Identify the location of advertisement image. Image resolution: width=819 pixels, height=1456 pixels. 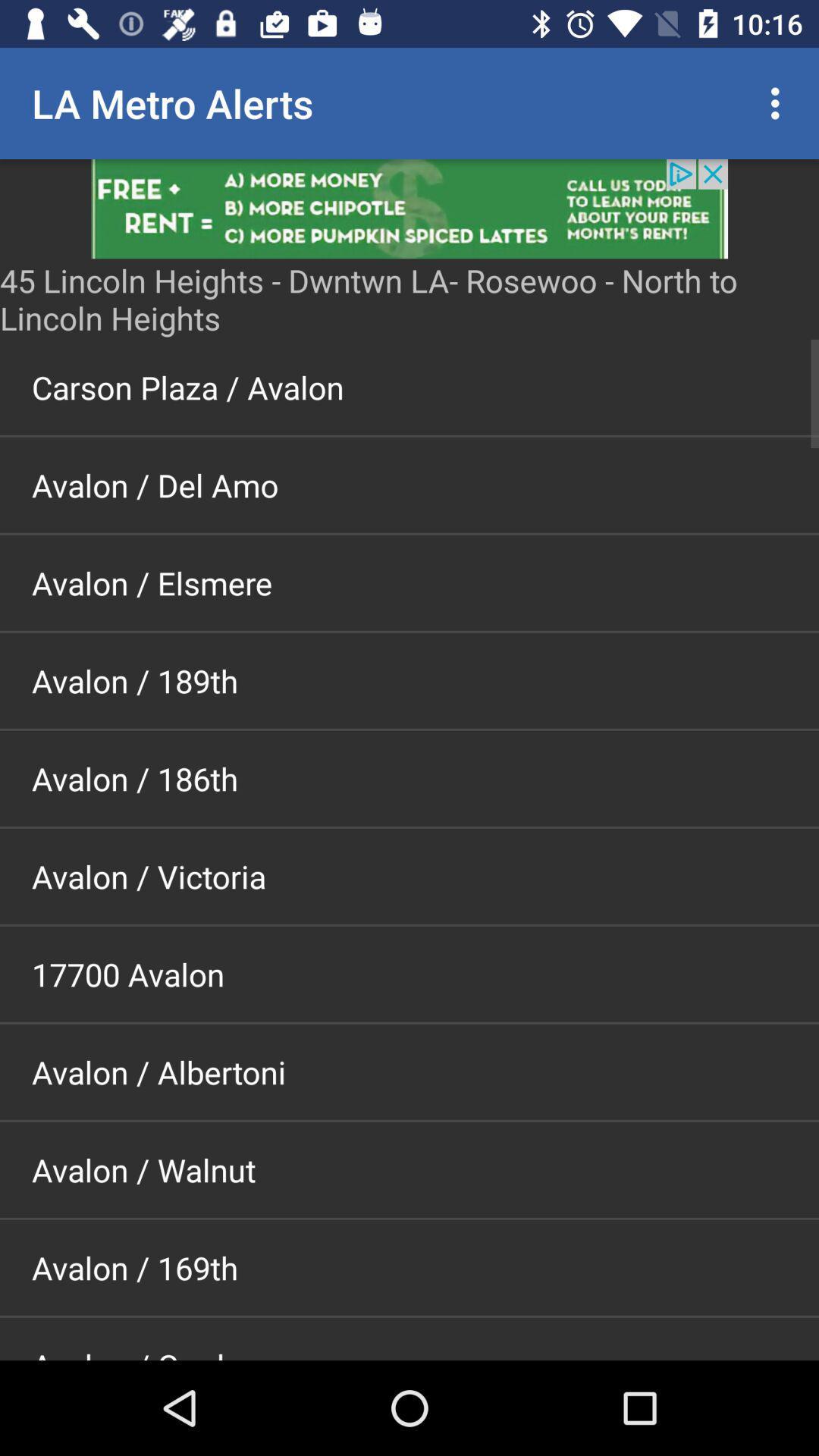
(409, 208).